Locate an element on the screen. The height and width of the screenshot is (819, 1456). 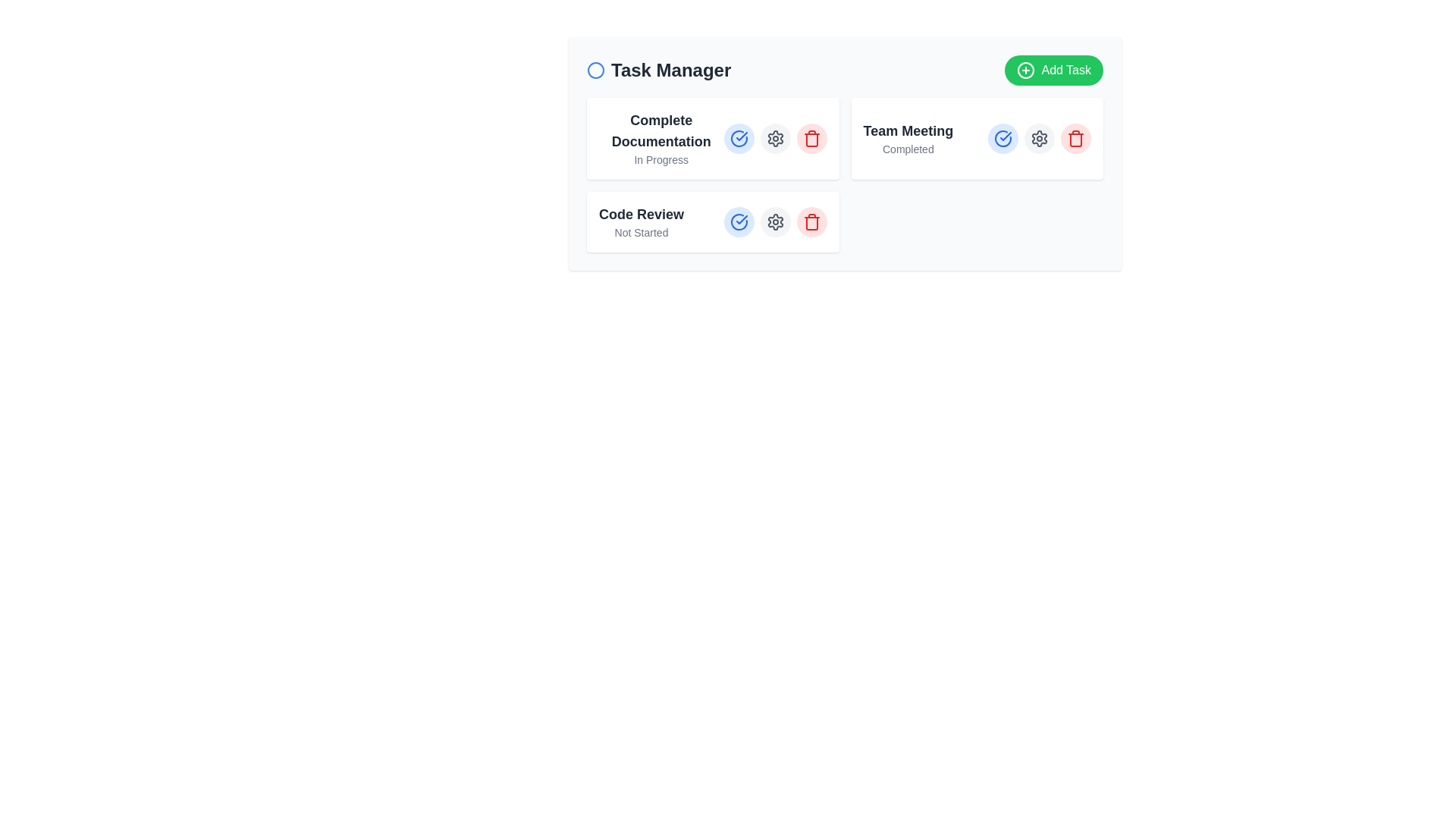
the settings button located between the circle-check icon and the trash can icon is located at coordinates (1039, 138).